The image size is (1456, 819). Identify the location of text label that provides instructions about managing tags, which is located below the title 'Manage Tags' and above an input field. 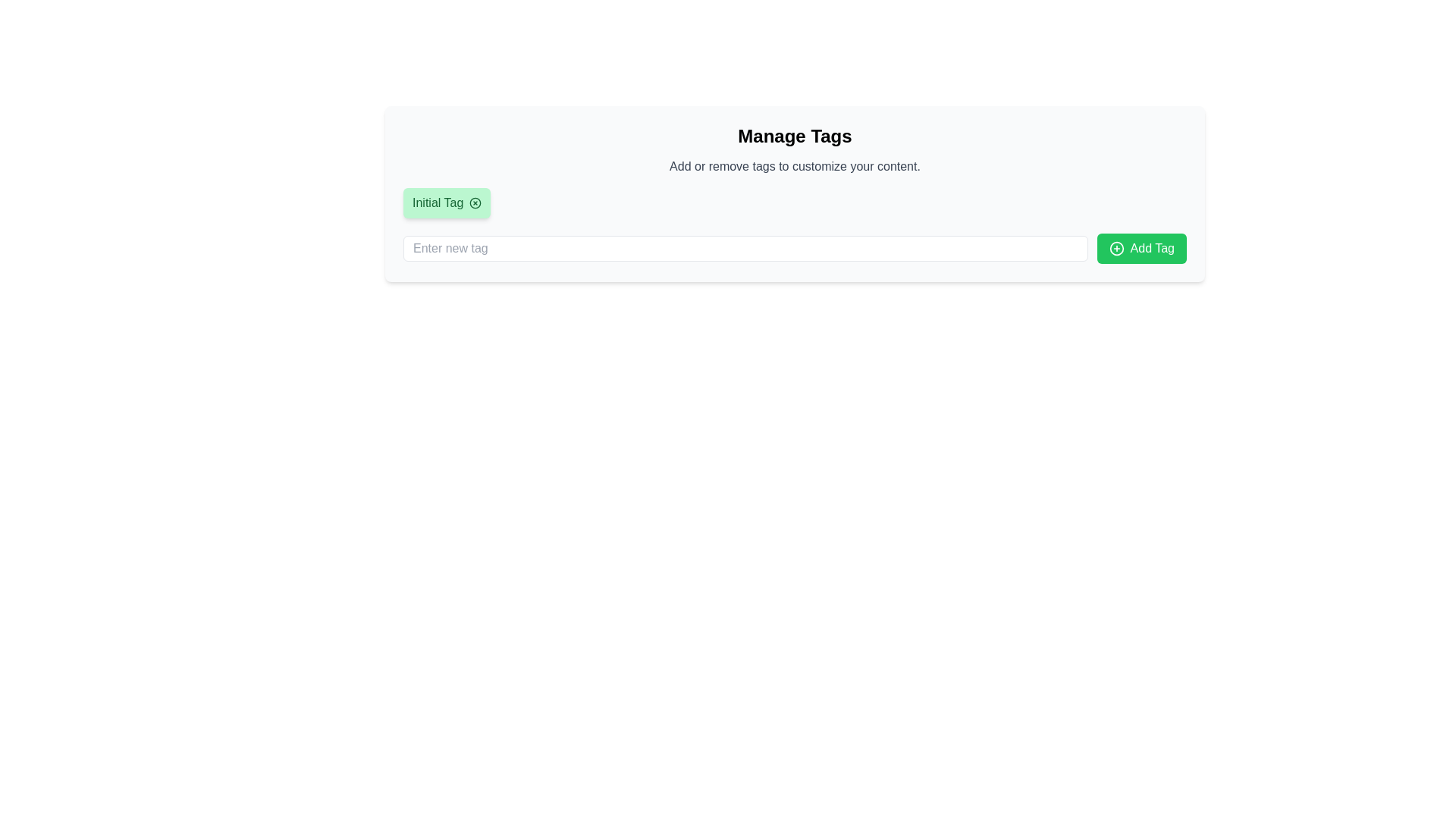
(794, 166).